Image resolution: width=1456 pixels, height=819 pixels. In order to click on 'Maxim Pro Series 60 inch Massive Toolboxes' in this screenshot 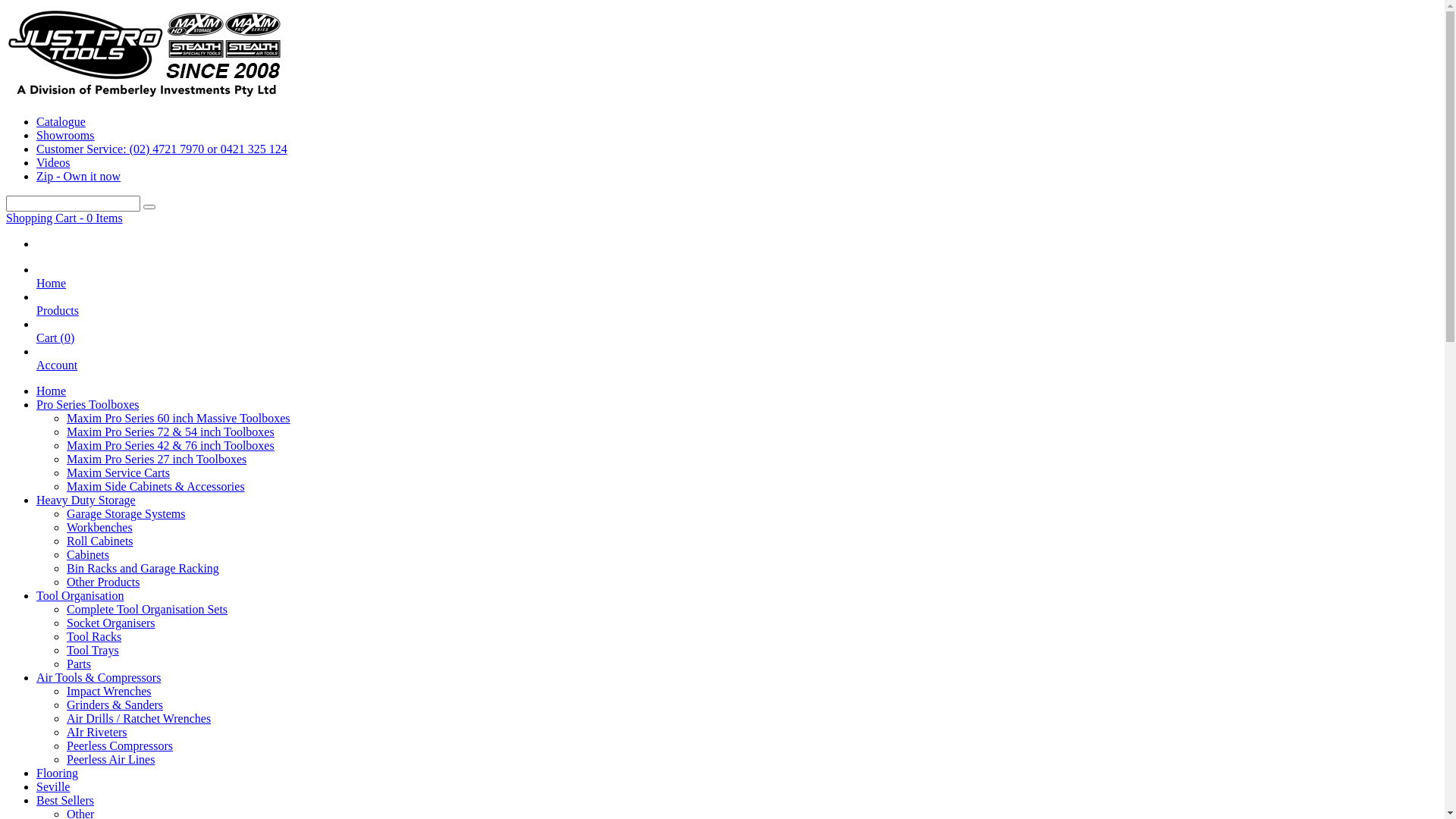, I will do `click(178, 418)`.